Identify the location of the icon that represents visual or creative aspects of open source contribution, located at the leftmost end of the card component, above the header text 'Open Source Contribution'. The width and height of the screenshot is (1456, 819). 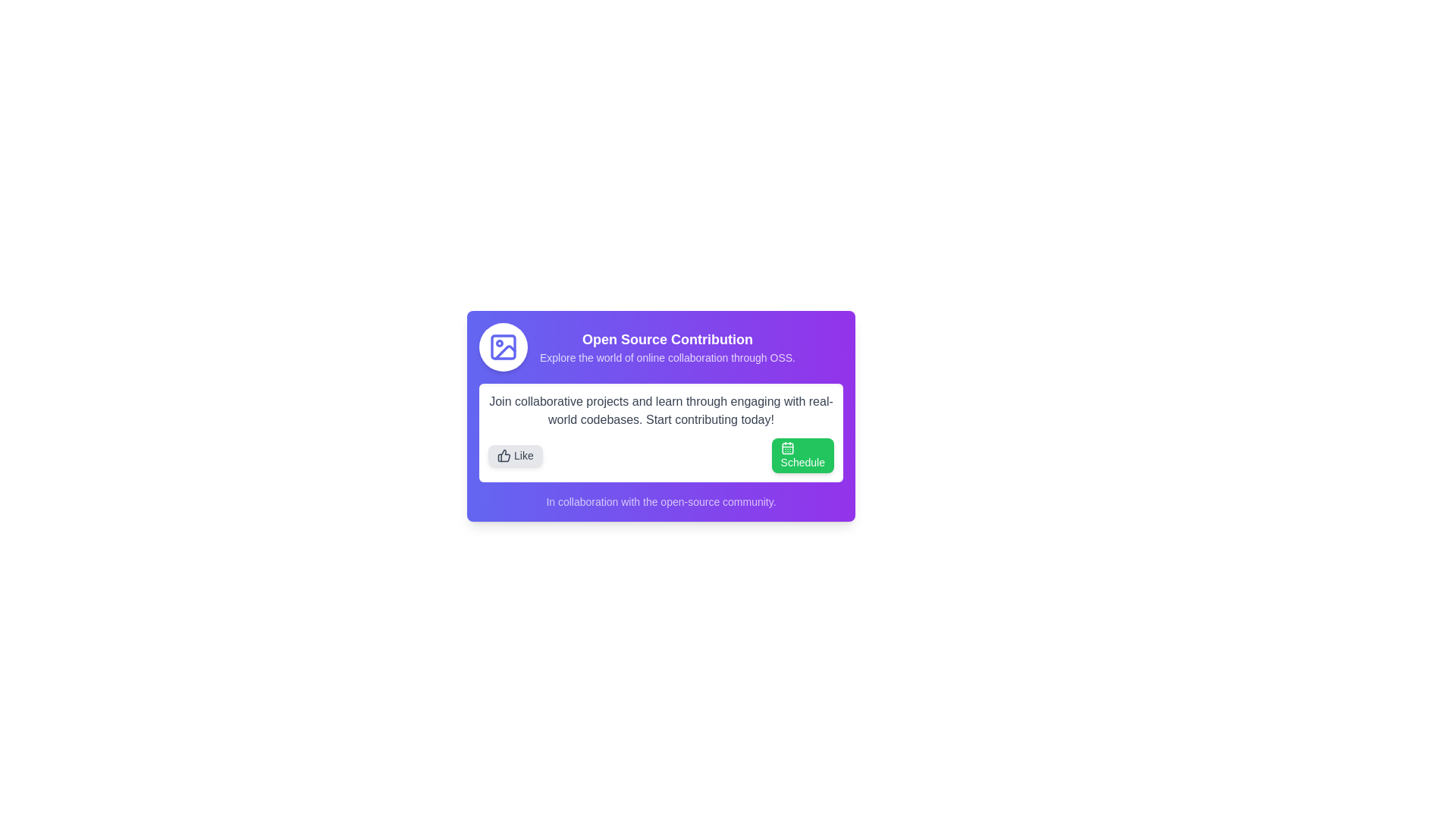
(503, 347).